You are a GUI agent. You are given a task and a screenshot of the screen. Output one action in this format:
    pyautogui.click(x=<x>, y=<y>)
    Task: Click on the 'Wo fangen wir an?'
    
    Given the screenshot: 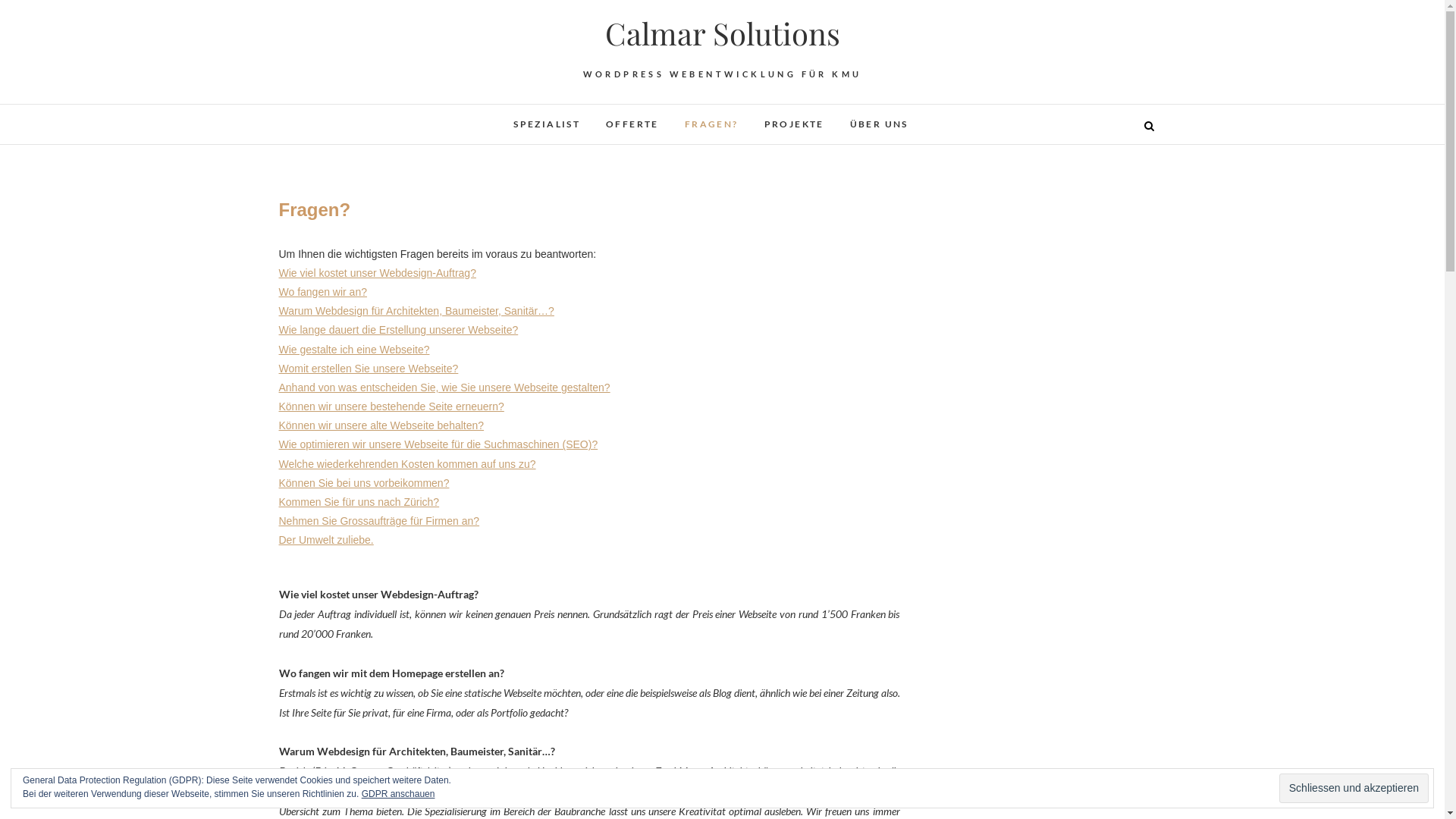 What is the action you would take?
    pyautogui.click(x=322, y=292)
    